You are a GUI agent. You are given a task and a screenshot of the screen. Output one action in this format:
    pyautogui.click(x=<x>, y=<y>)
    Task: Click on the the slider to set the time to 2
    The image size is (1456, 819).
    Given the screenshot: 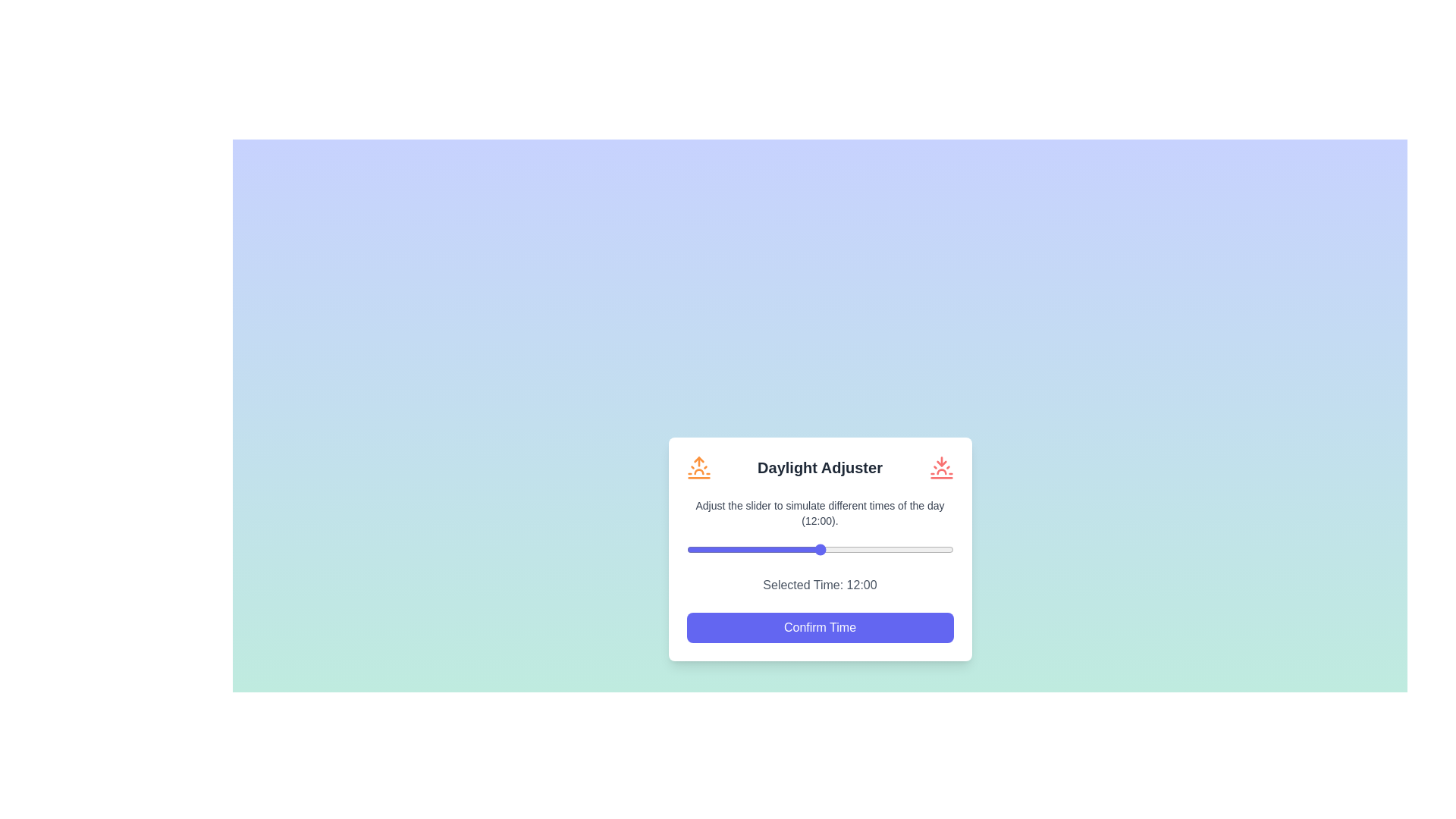 What is the action you would take?
    pyautogui.click(x=708, y=549)
    